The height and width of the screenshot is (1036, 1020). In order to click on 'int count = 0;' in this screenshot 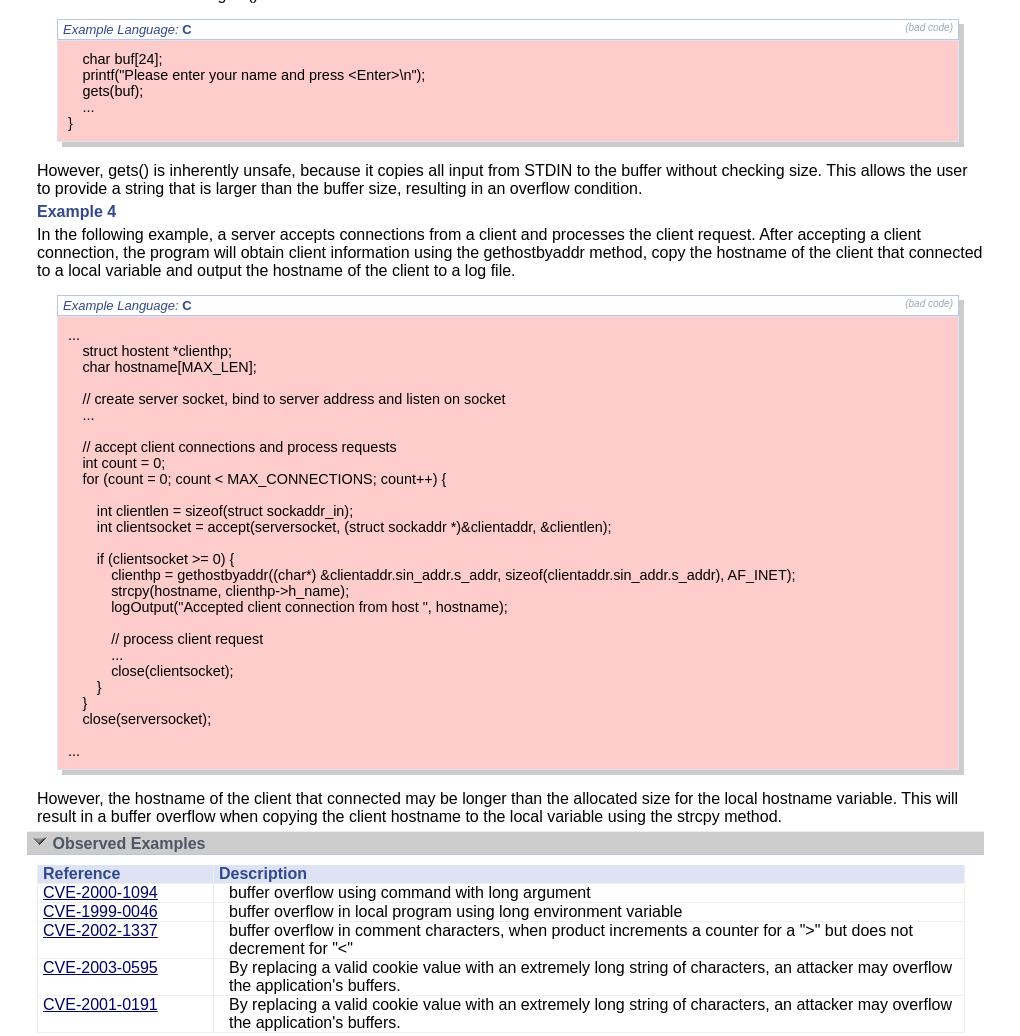, I will do `click(122, 462)`.